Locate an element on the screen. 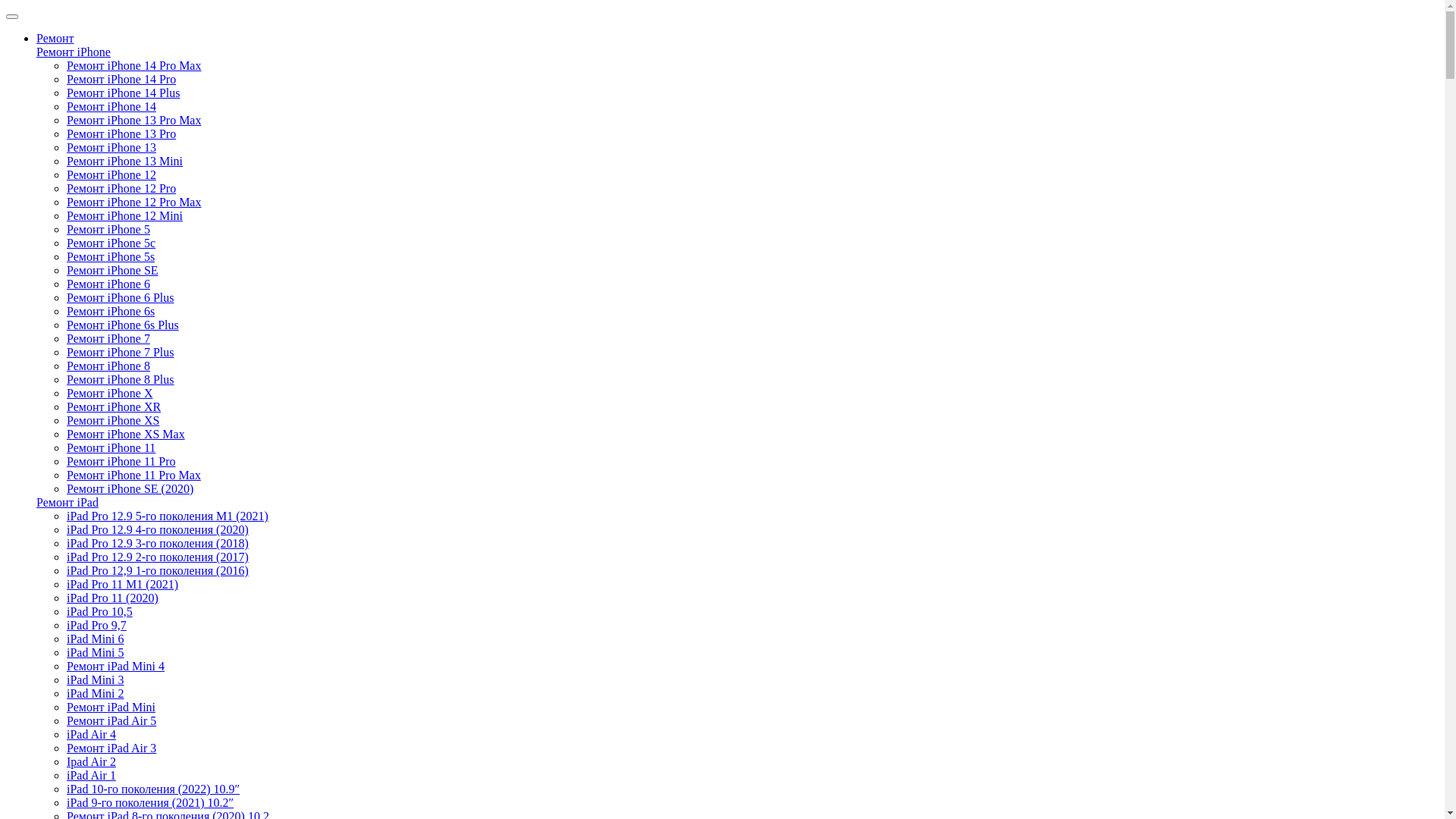 Image resolution: width=1456 pixels, height=819 pixels. 'iPad Mini 5' is located at coordinates (94, 651).